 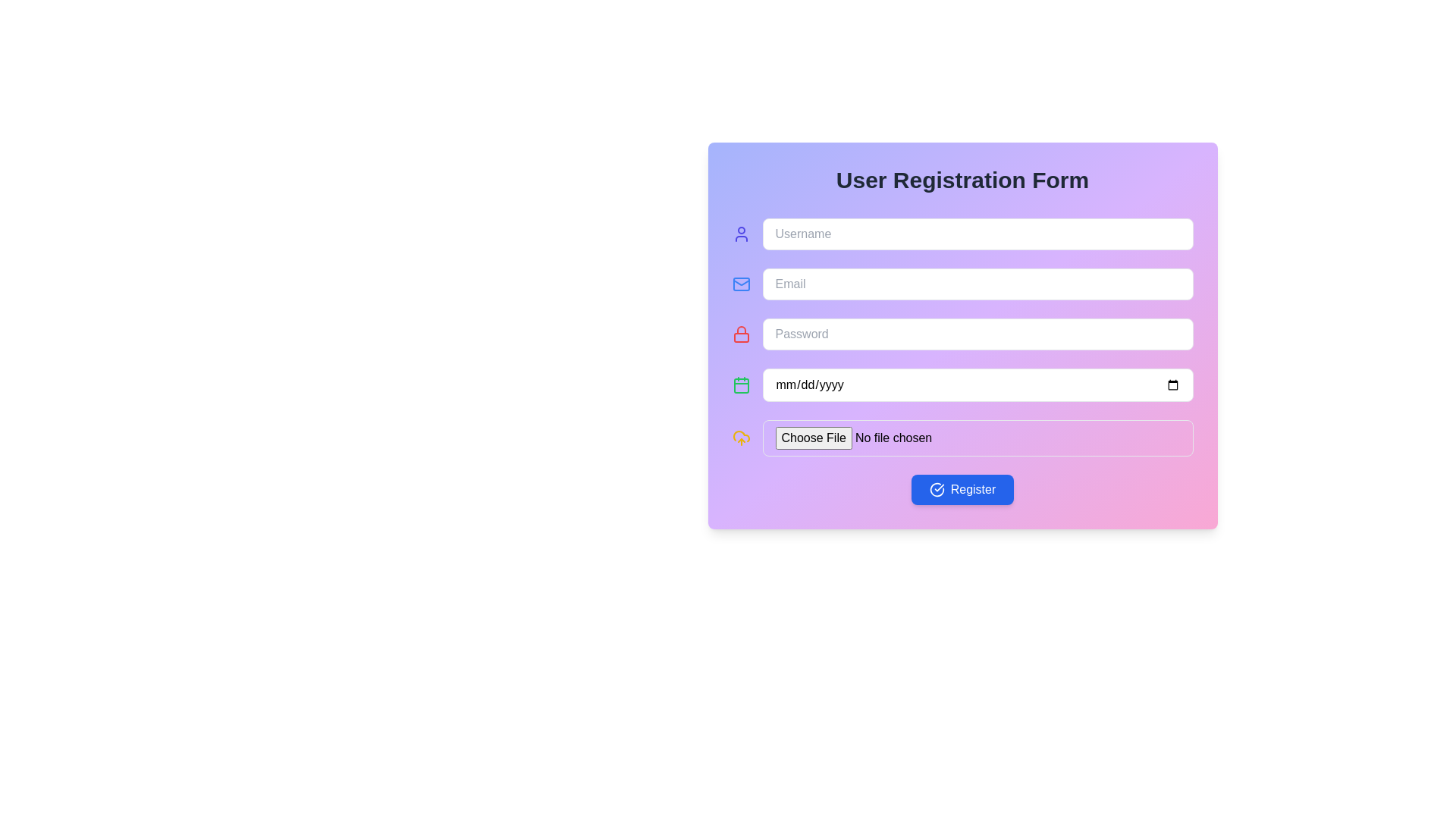 What do you see at coordinates (741, 436) in the screenshot?
I see `the curved line segment of the cloud shape within the SVG graphic representing a 'cloud-upload' symbol` at bounding box center [741, 436].